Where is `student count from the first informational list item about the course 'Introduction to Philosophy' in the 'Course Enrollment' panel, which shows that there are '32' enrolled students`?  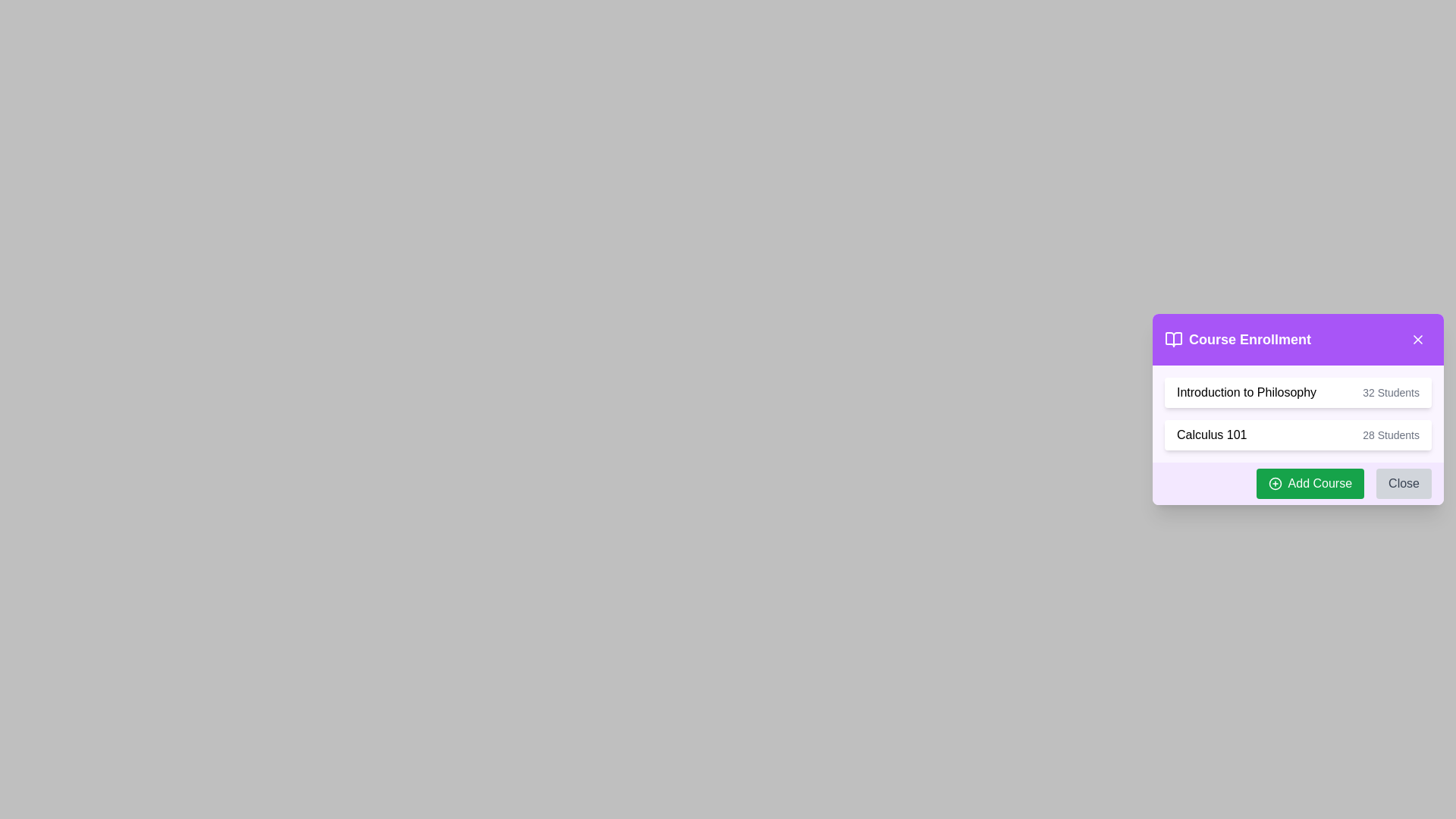
student count from the first informational list item about the course 'Introduction to Philosophy' in the 'Course Enrollment' panel, which shows that there are '32' enrolled students is located at coordinates (1298, 391).